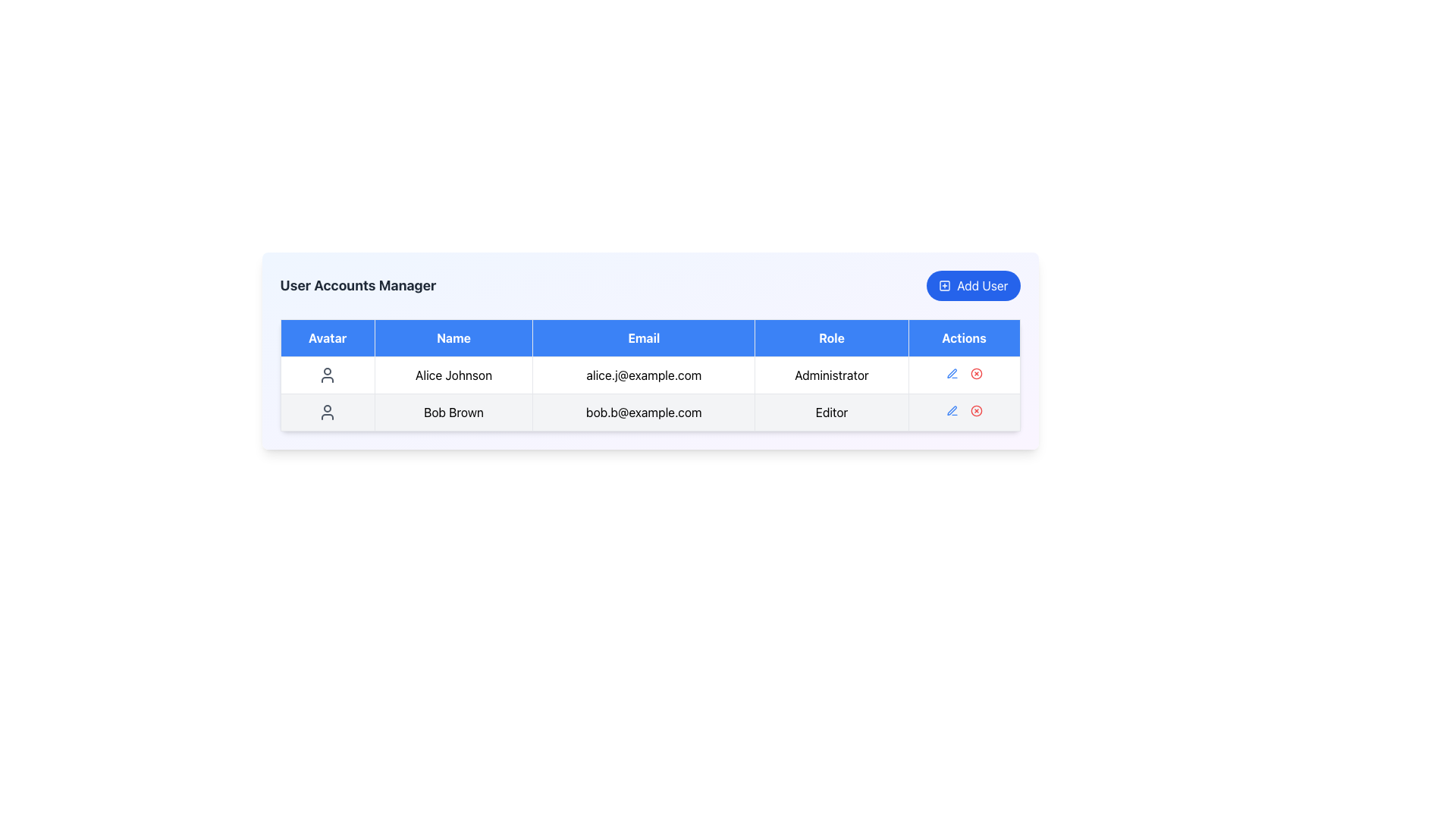 The image size is (1456, 819). What do you see at coordinates (976, 411) in the screenshot?
I see `the delete icon in the Actions column of the second row associated with user 'Bob Brown' in the user management table` at bounding box center [976, 411].